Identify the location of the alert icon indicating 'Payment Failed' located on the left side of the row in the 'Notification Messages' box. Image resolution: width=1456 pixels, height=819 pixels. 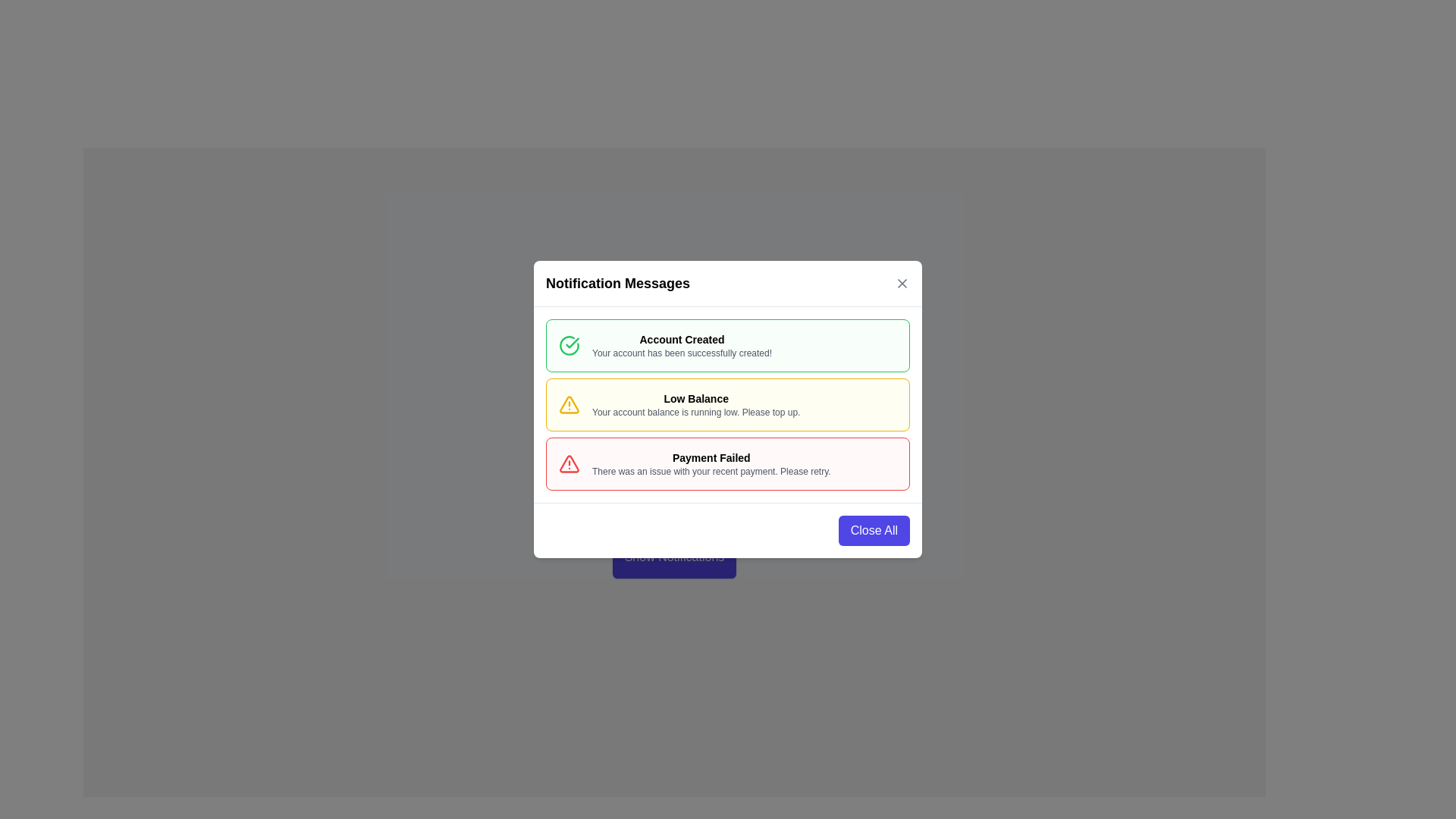
(568, 463).